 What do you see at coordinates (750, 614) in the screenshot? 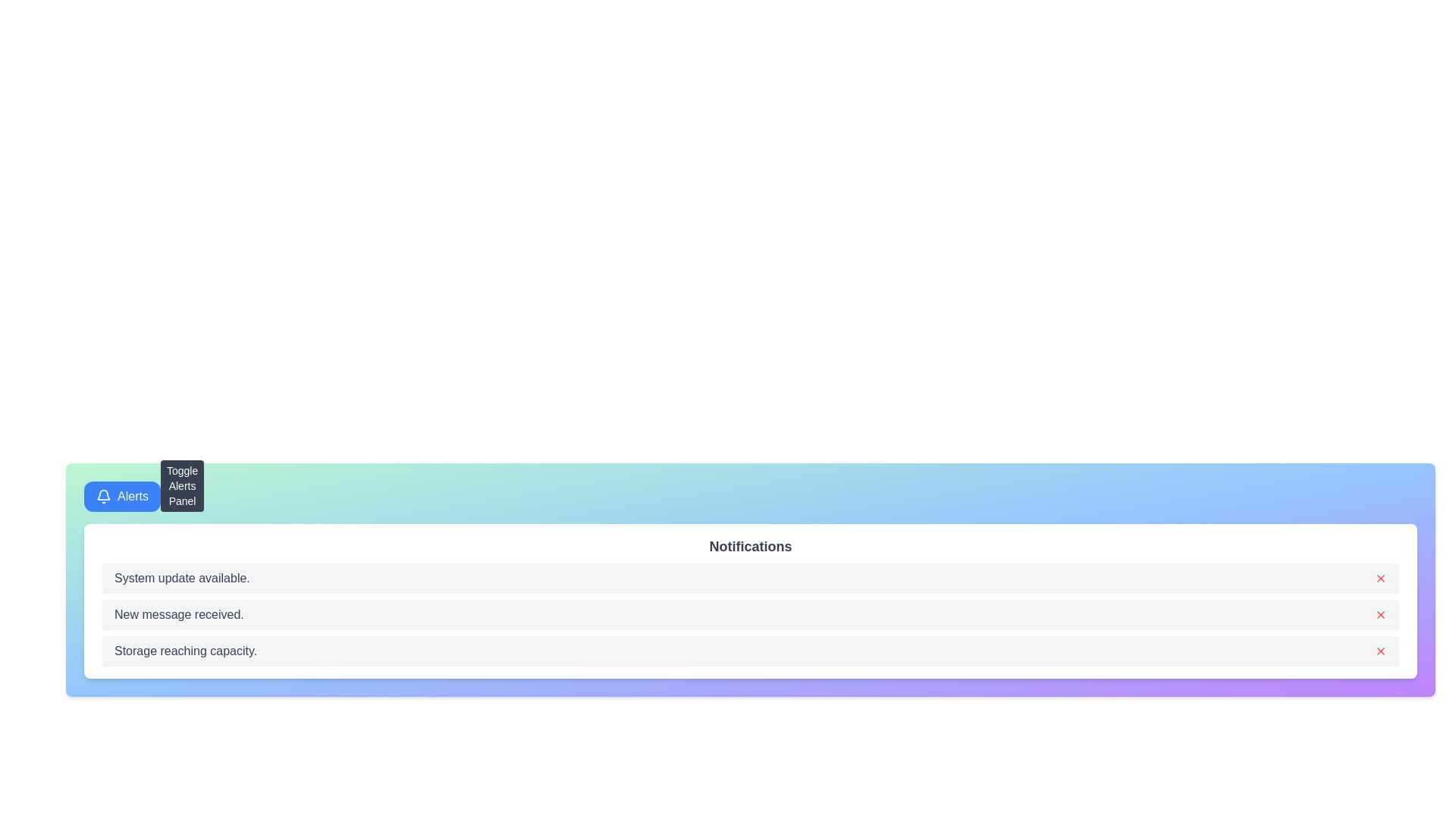
I see `the second notification bar that informs the user about a new message` at bounding box center [750, 614].